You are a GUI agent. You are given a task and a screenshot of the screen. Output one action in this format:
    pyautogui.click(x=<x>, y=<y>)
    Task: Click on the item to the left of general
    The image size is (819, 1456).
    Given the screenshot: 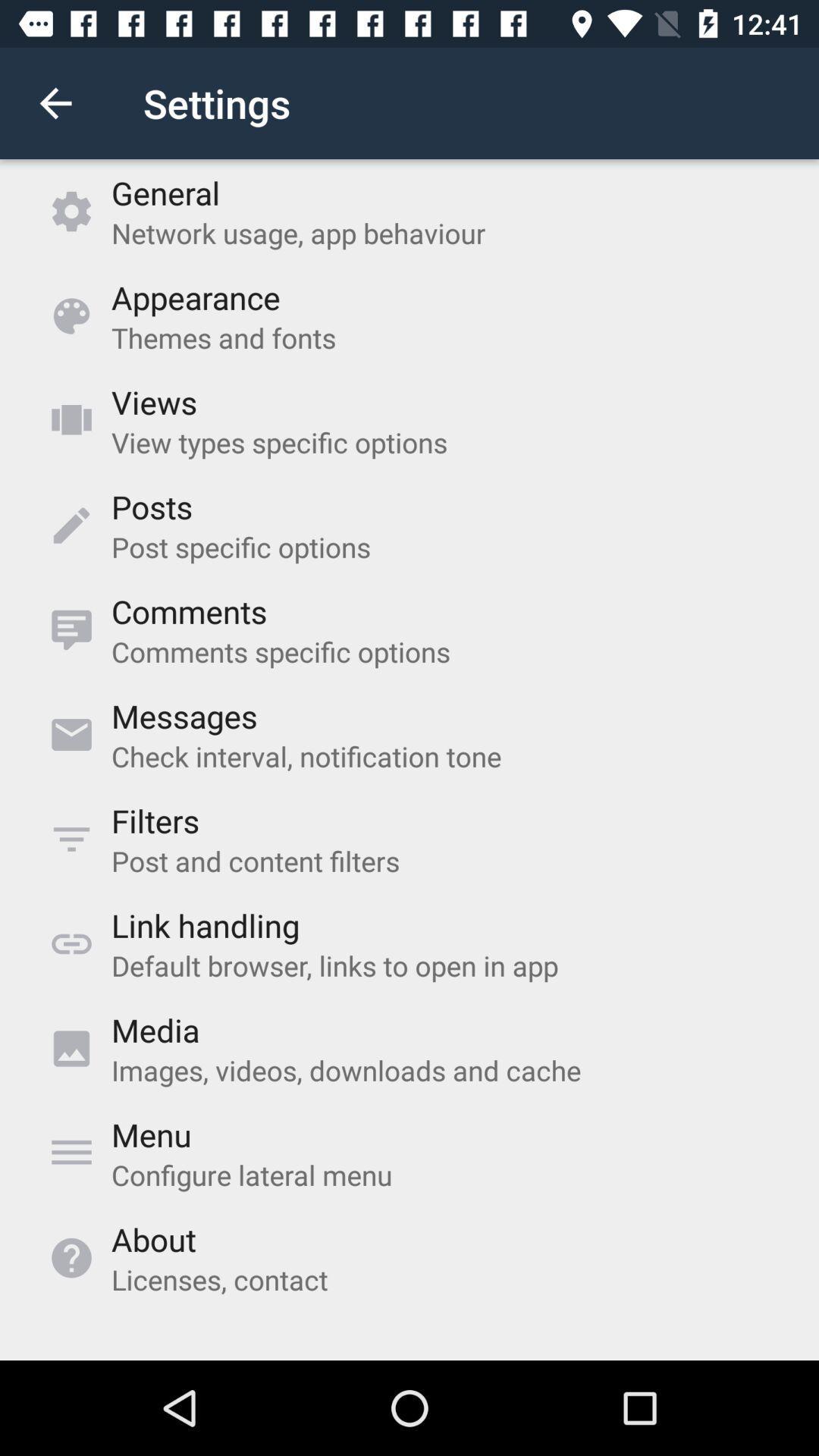 What is the action you would take?
    pyautogui.click(x=55, y=102)
    